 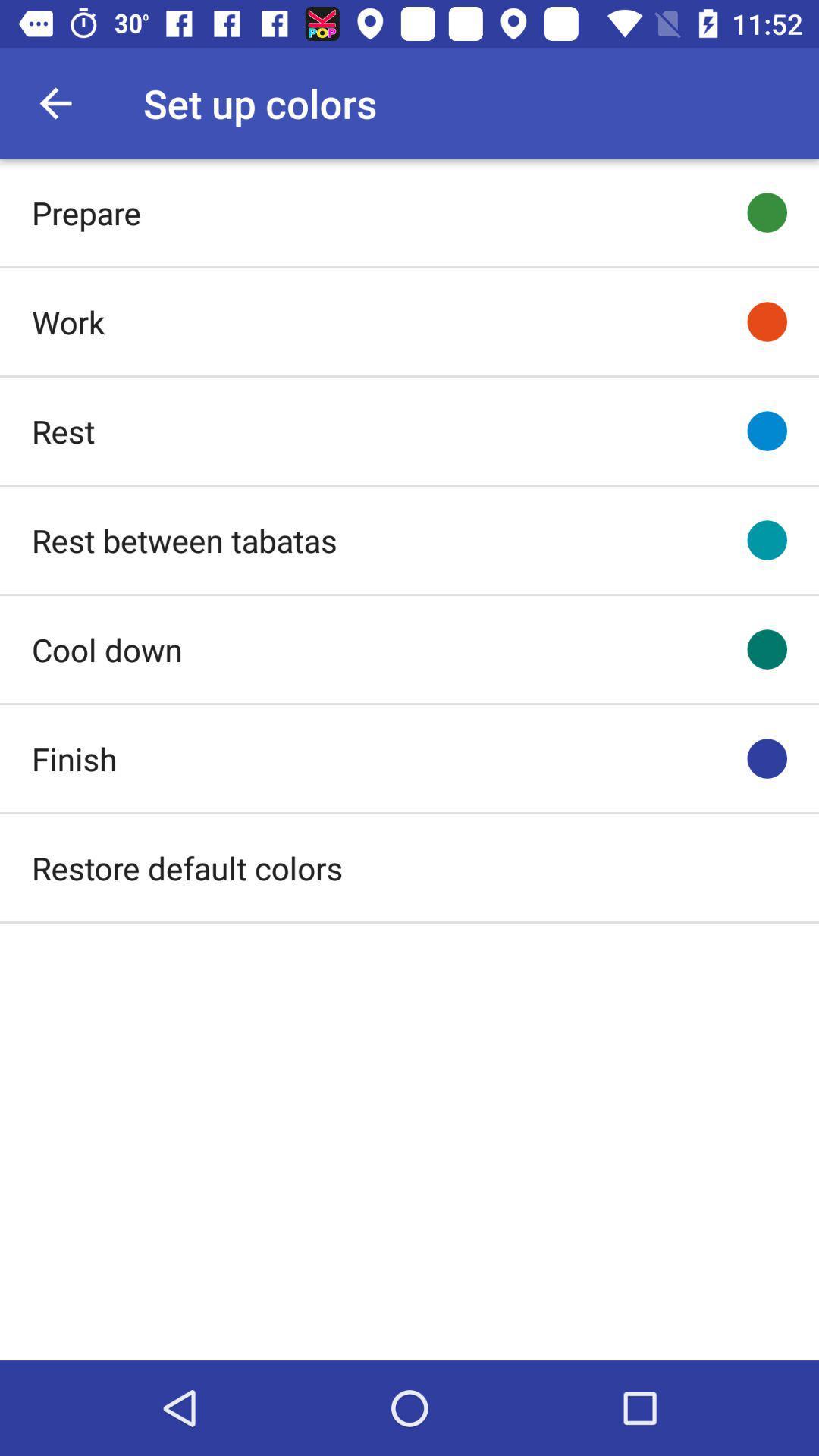 I want to click on the cool down icon, so click(x=106, y=649).